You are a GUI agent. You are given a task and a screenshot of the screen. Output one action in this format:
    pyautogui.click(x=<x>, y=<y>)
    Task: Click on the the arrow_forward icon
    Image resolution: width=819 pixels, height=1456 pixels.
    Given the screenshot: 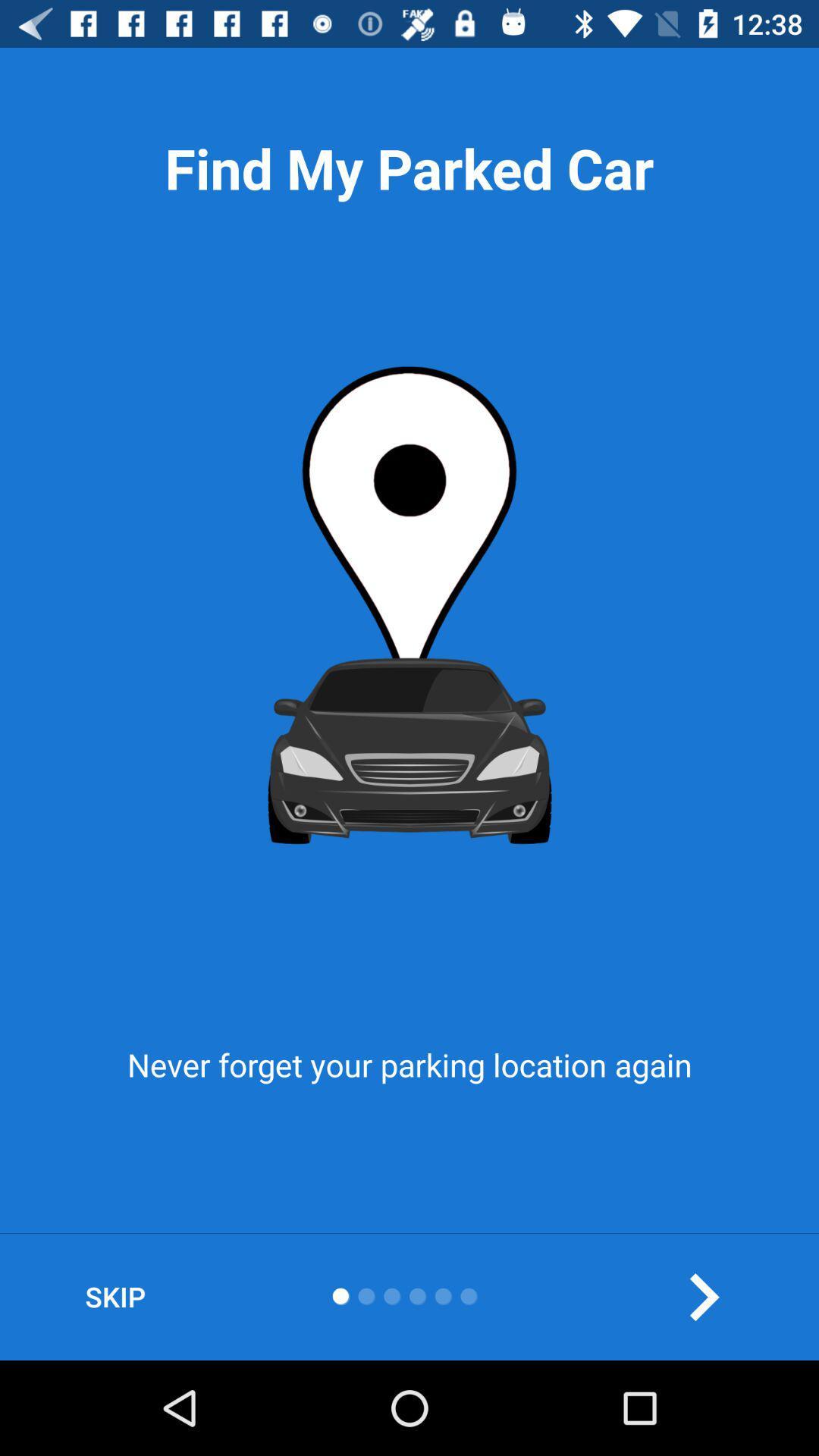 What is the action you would take?
    pyautogui.click(x=703, y=1296)
    